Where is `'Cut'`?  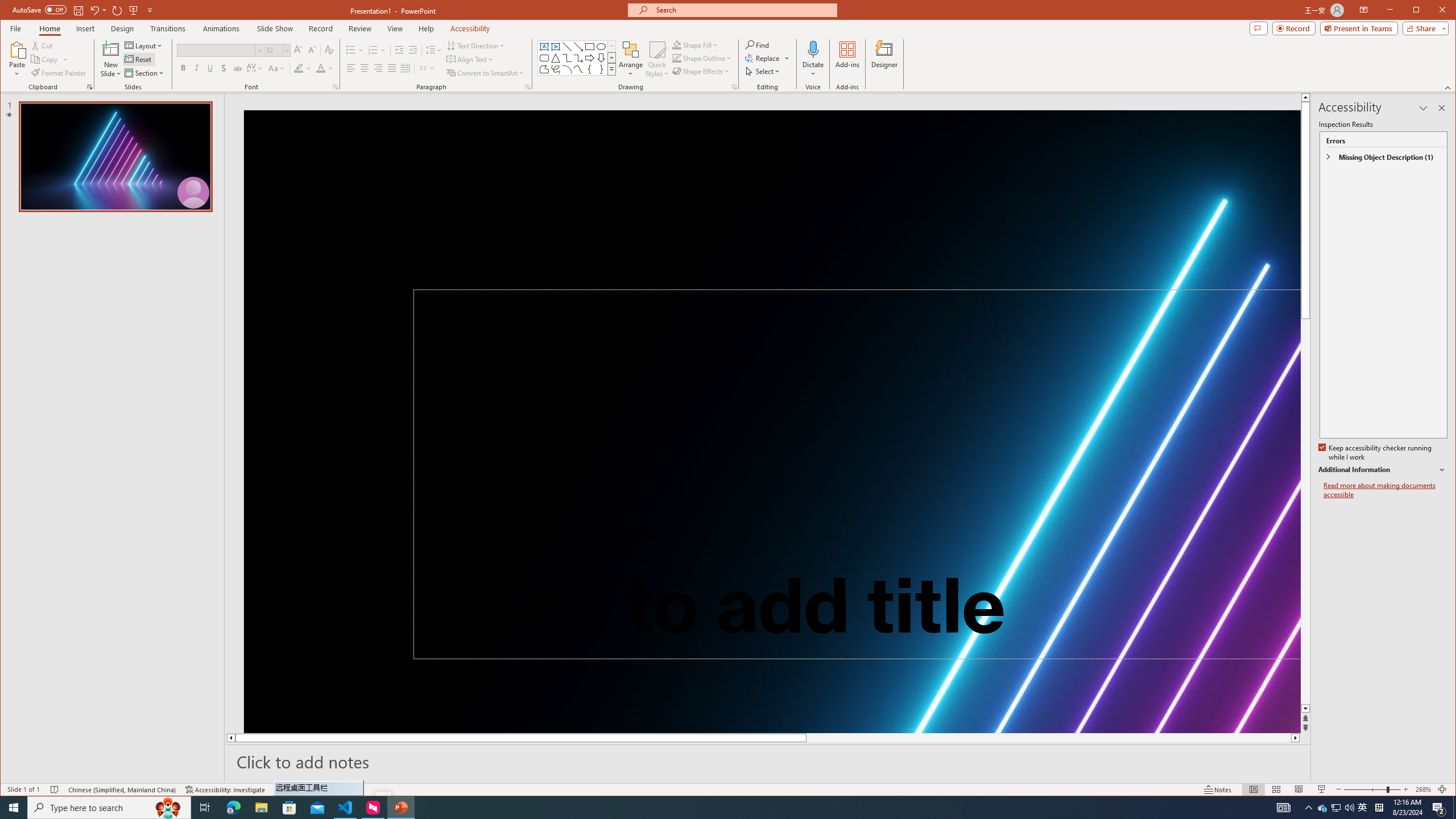 'Cut' is located at coordinates (42, 45).